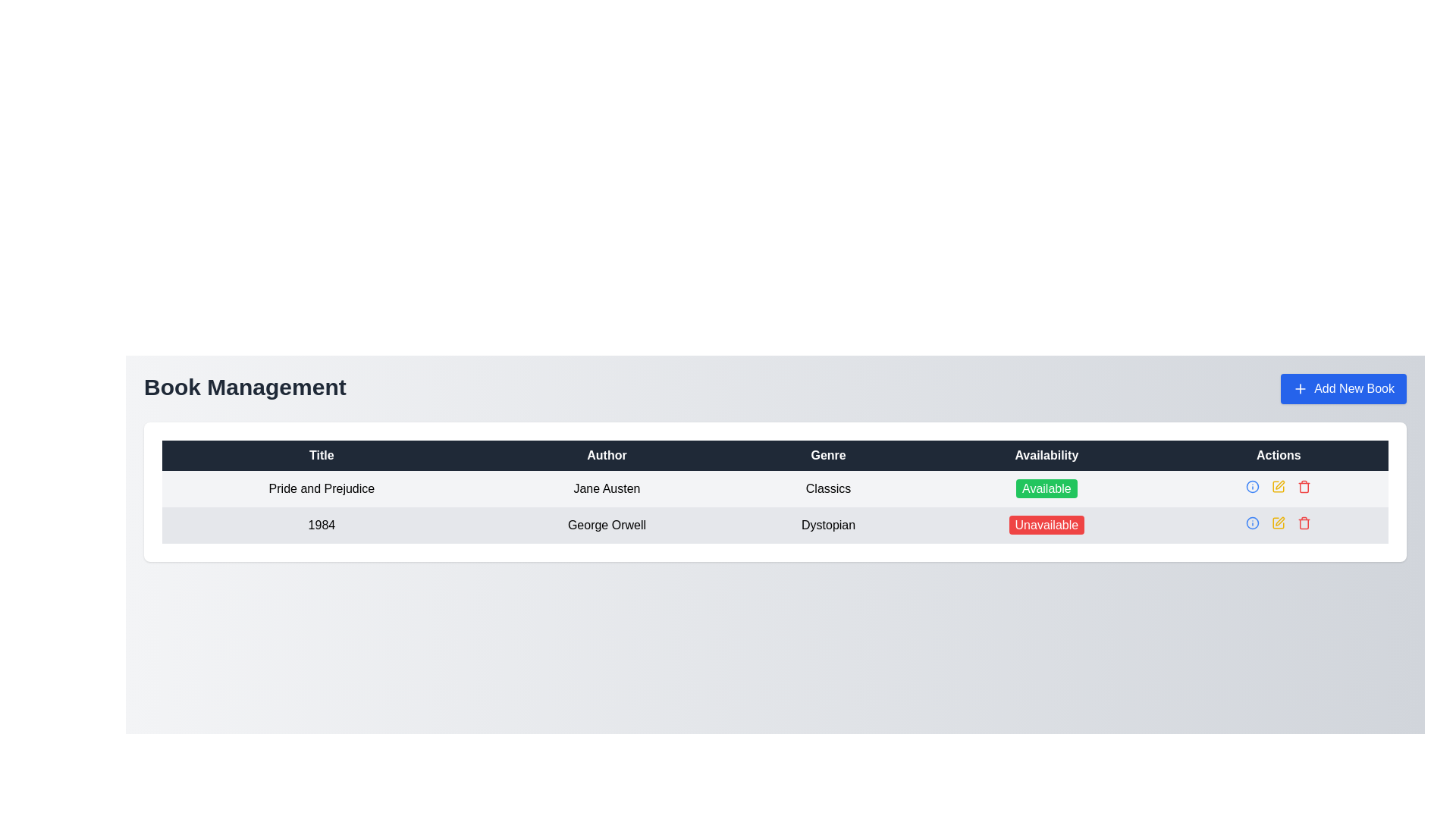  Describe the element at coordinates (1046, 525) in the screenshot. I see `the red button labeled 'Unavailable' in the 'Availability' column of the second row of the book details table for '1984' by George Orwell` at that location.